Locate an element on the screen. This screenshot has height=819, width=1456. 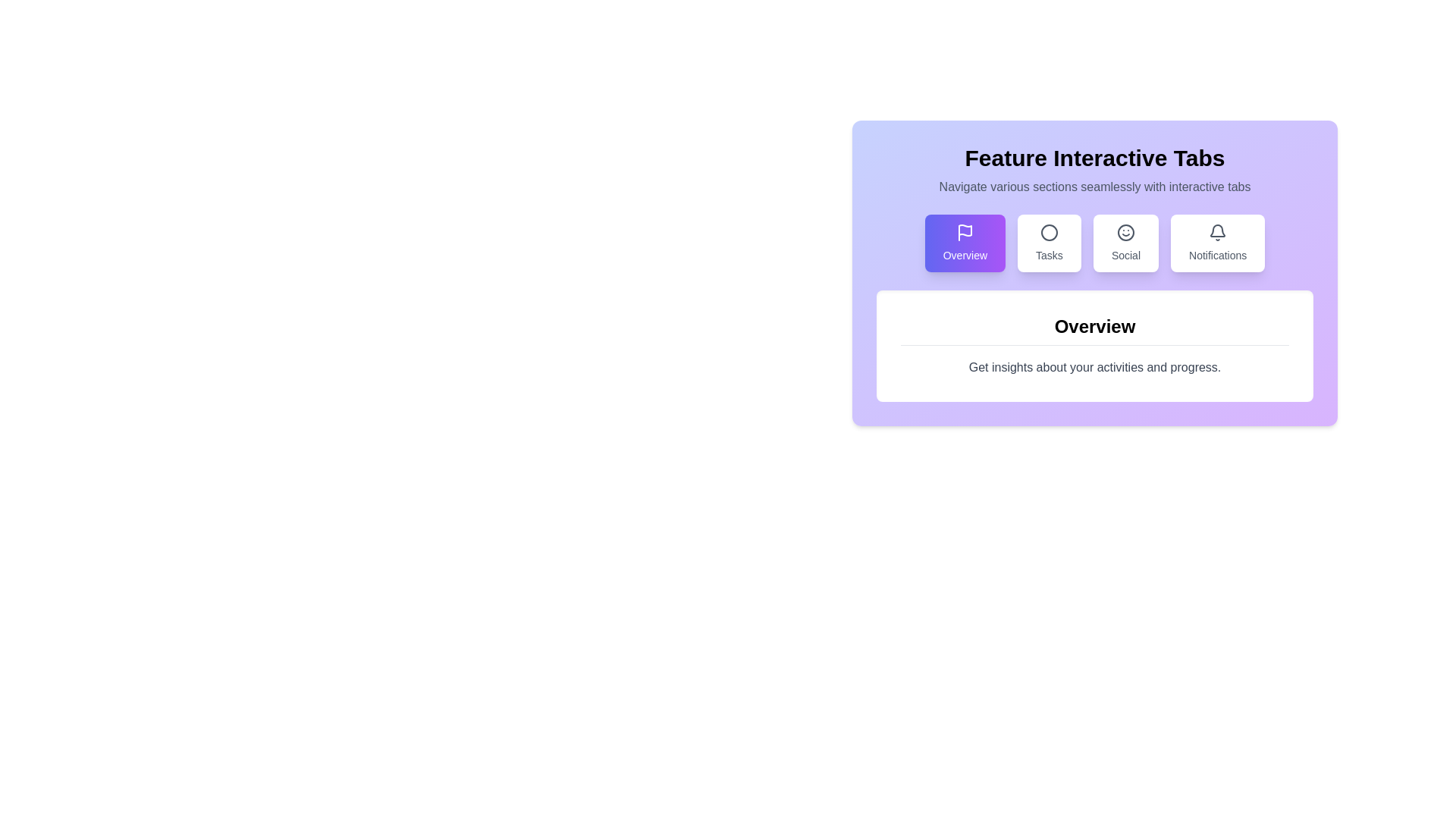
the 'Overview' tab icon which visually represents the tab's content and is positioned at the top center of the tab, above the text label 'Overview' is located at coordinates (964, 233).